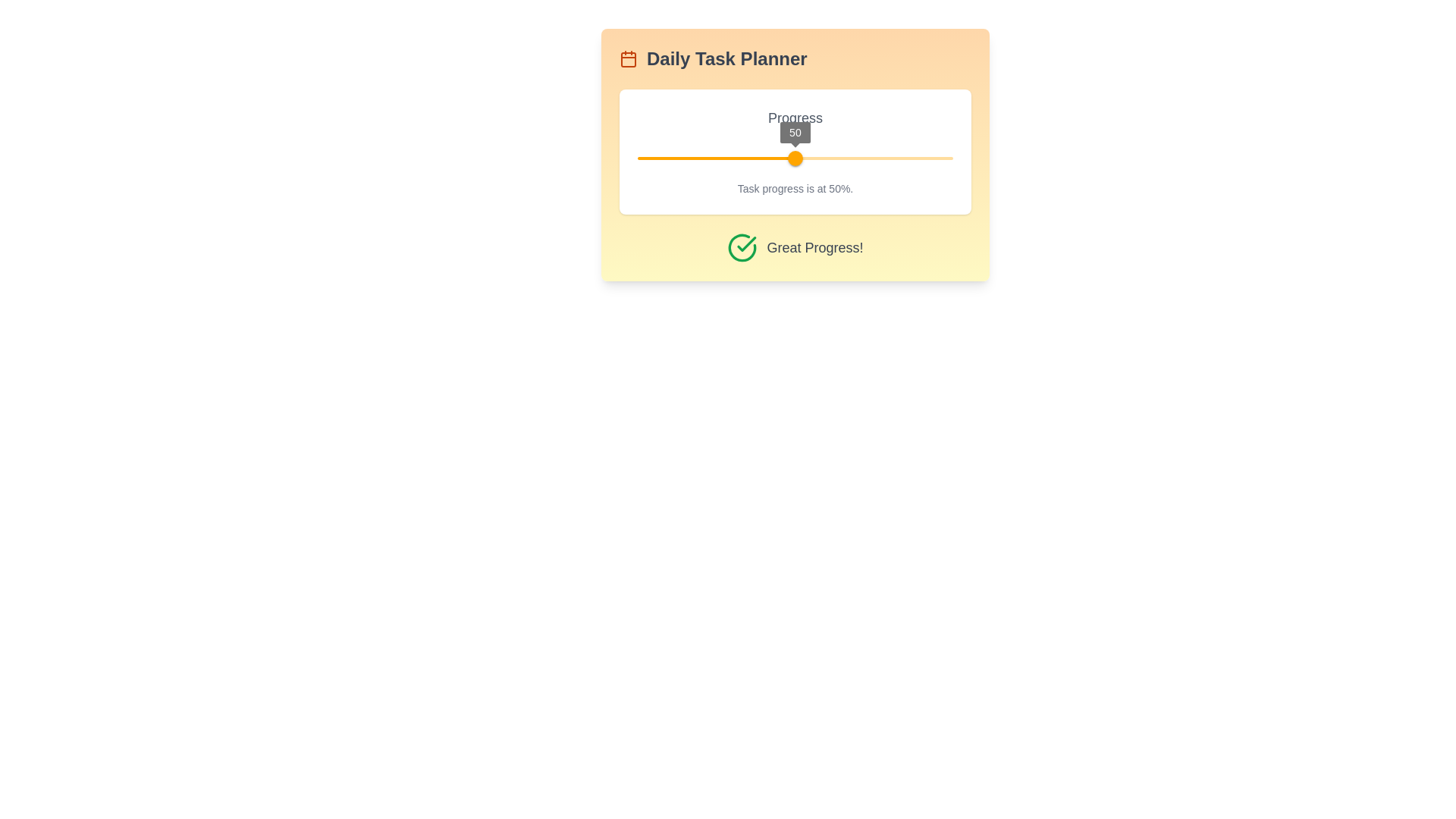 This screenshot has width=1456, height=819. I want to click on the slider's value, so click(871, 158).